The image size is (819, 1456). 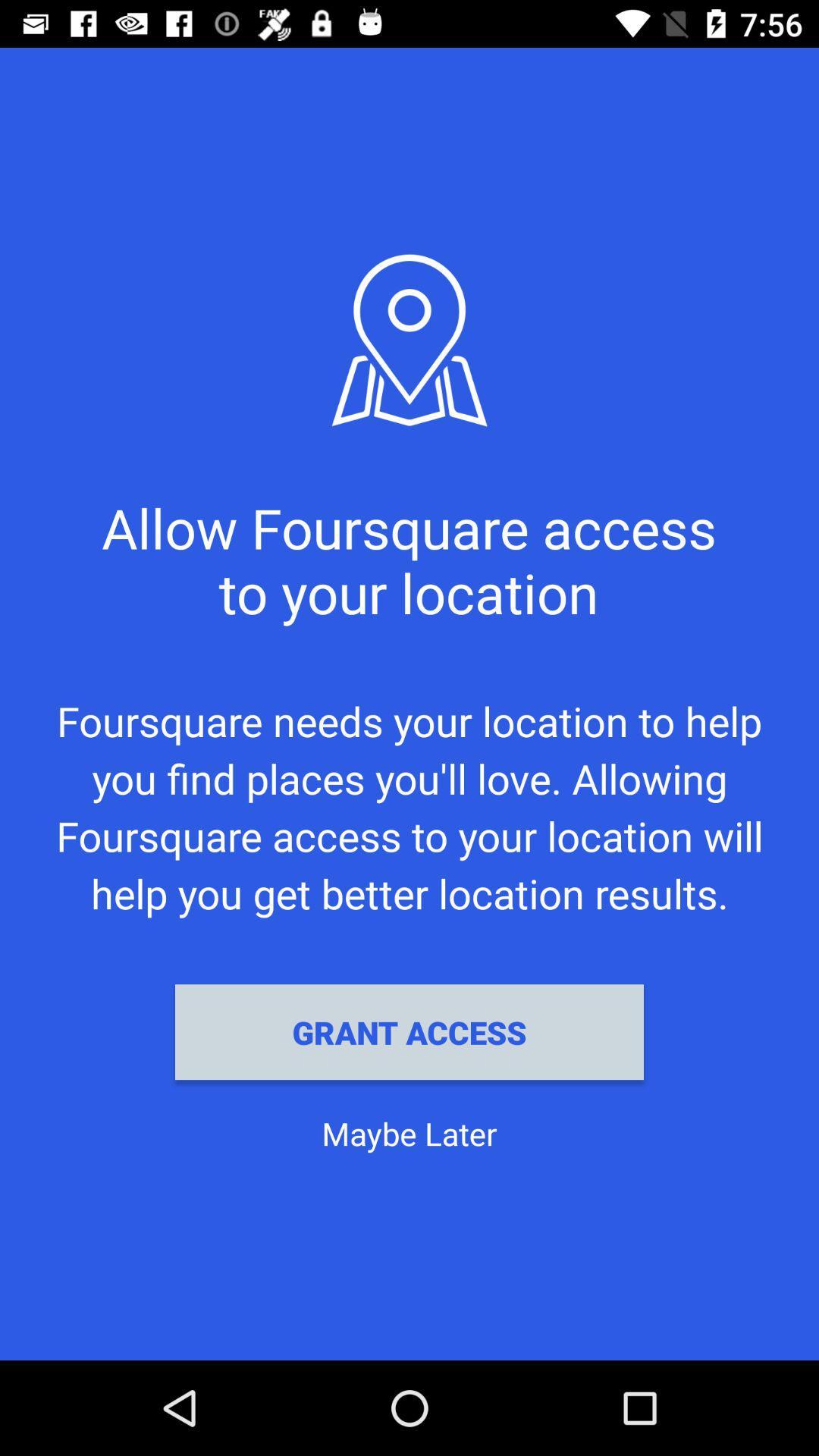 What do you see at coordinates (409, 1031) in the screenshot?
I see `the icon above the maybe later item` at bounding box center [409, 1031].